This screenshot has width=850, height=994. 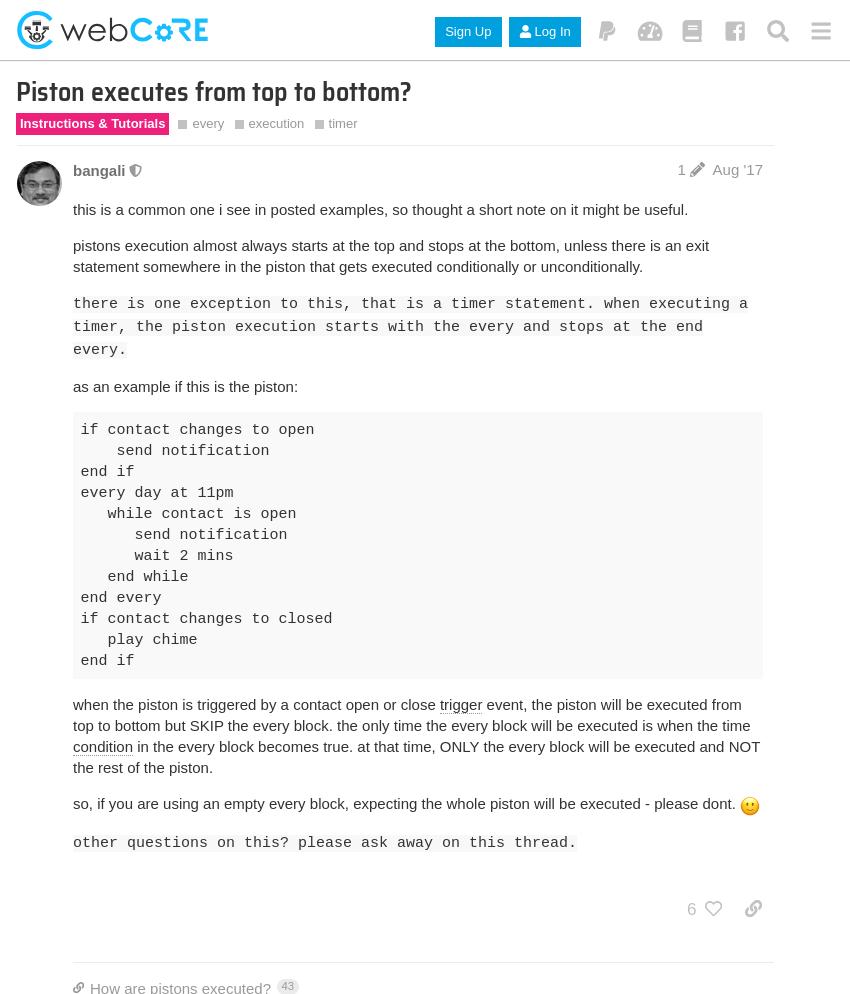 I want to click on 'other questions on this? please ask away on this thread.', so click(x=73, y=841).